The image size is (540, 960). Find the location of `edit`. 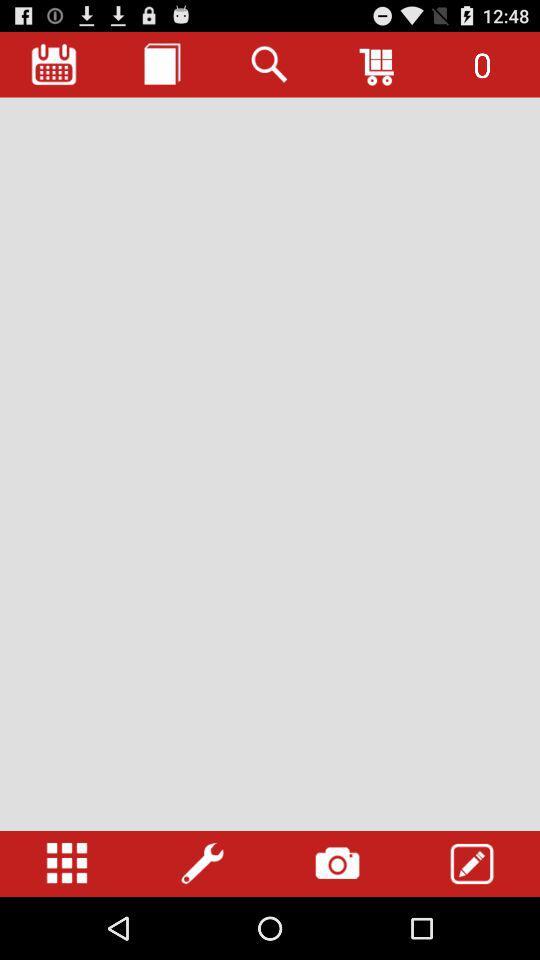

edit is located at coordinates (472, 863).